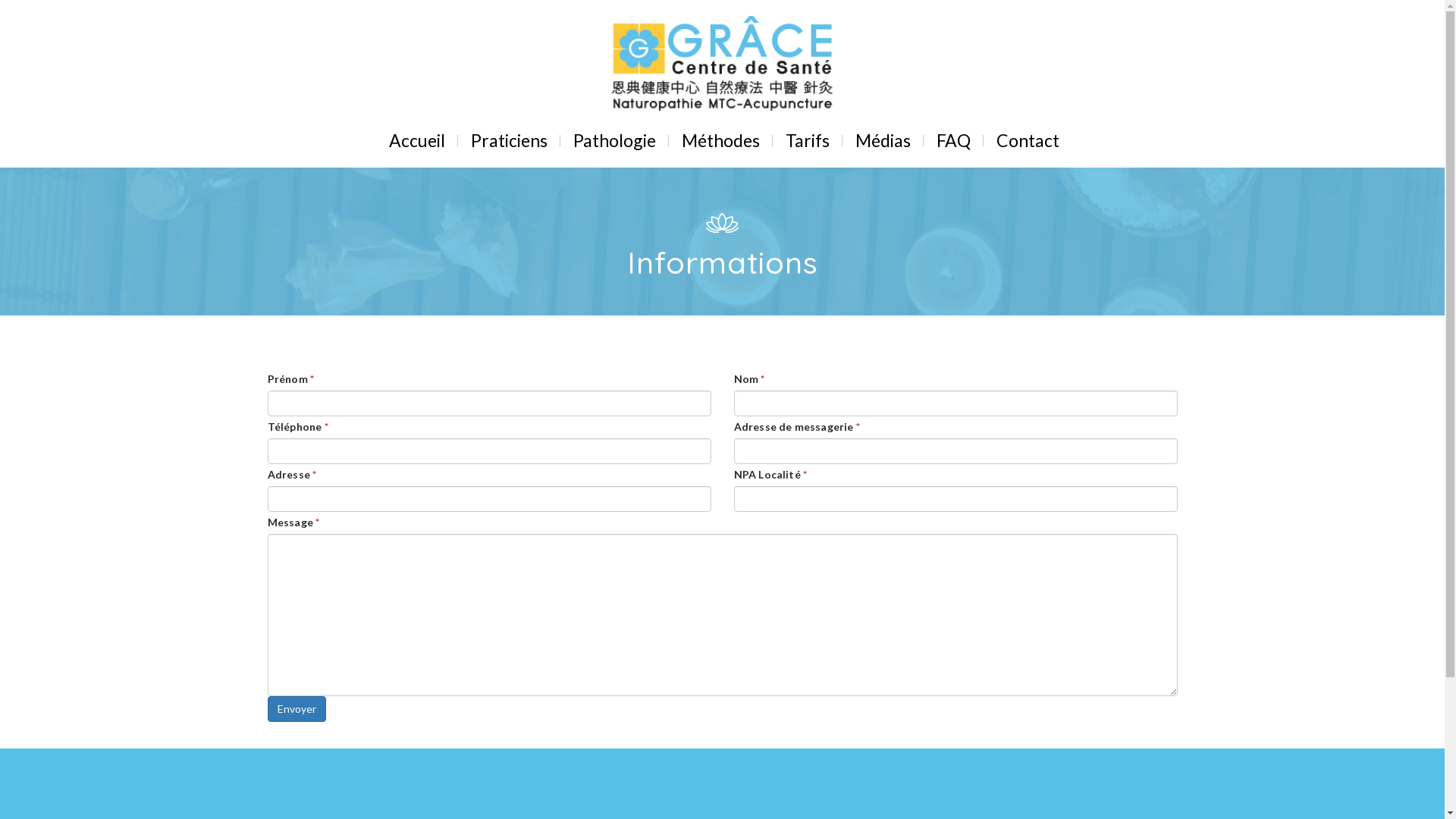 The height and width of the screenshot is (819, 1456). What do you see at coordinates (613, 140) in the screenshot?
I see `'Pathologie'` at bounding box center [613, 140].